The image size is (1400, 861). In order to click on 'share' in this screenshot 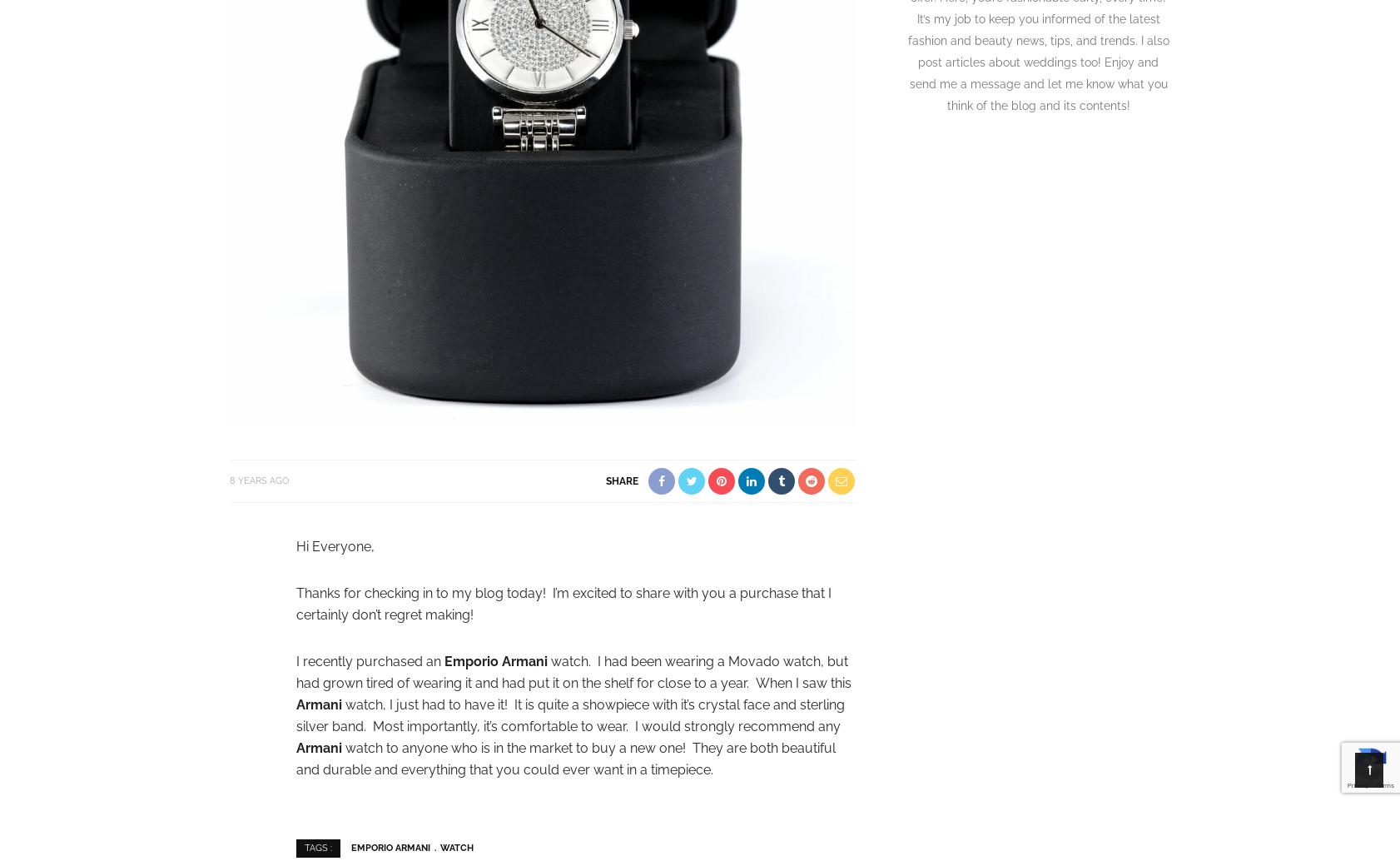, I will do `click(605, 481)`.